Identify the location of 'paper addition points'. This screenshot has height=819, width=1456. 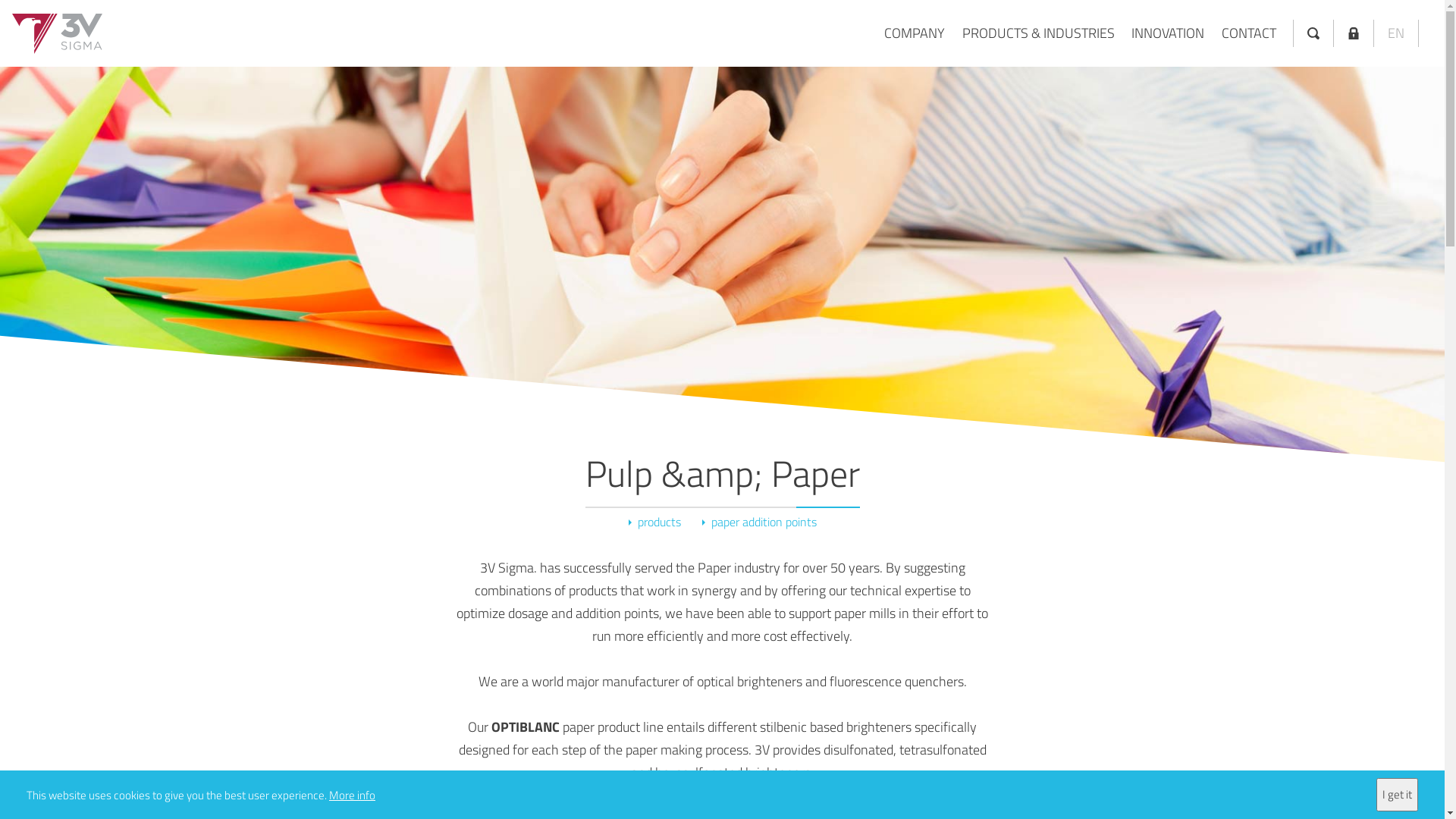
(759, 521).